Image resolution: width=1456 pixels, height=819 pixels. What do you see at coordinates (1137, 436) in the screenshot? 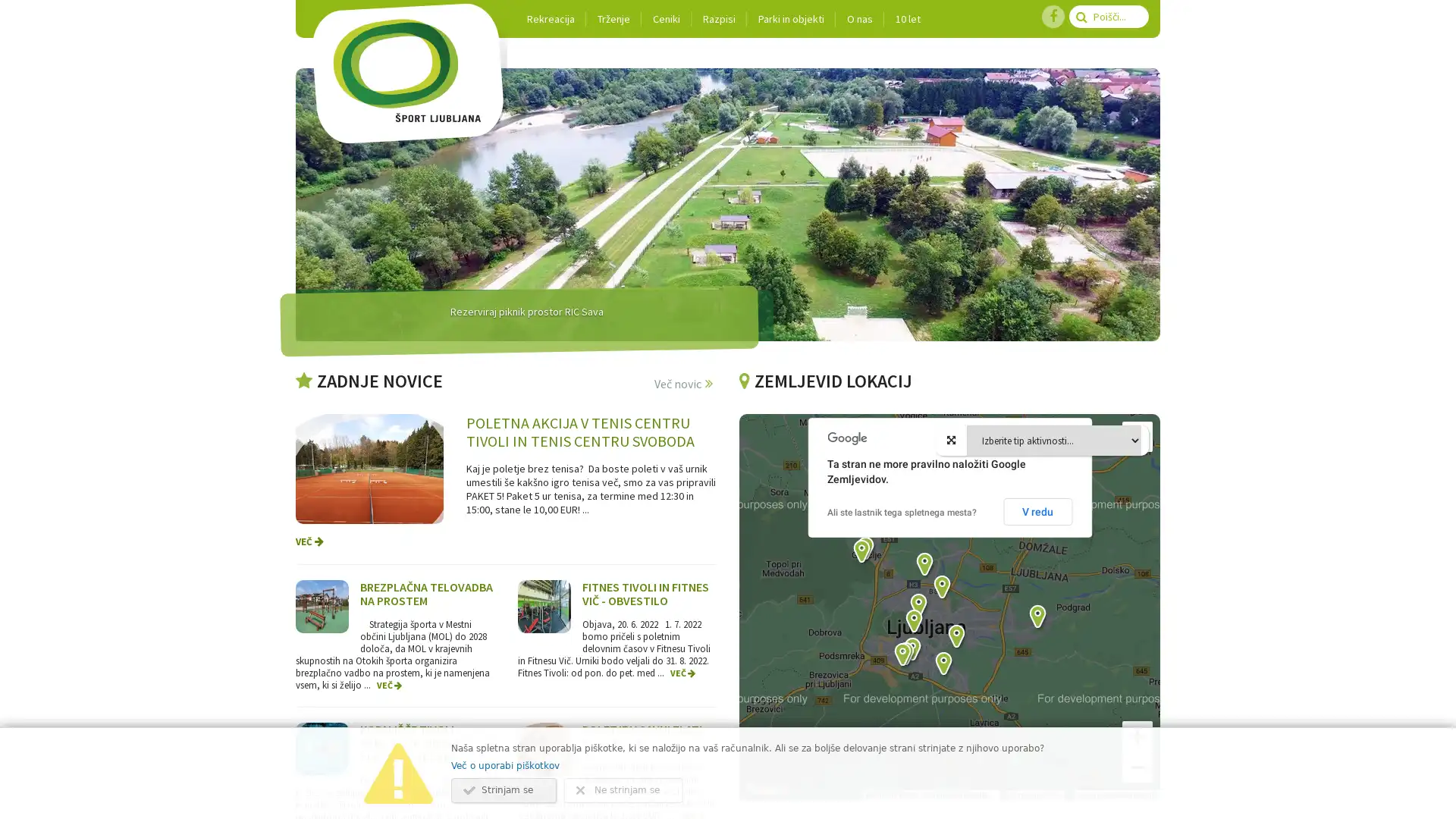
I see `Preklopi v celozaslonski pogled` at bounding box center [1137, 436].